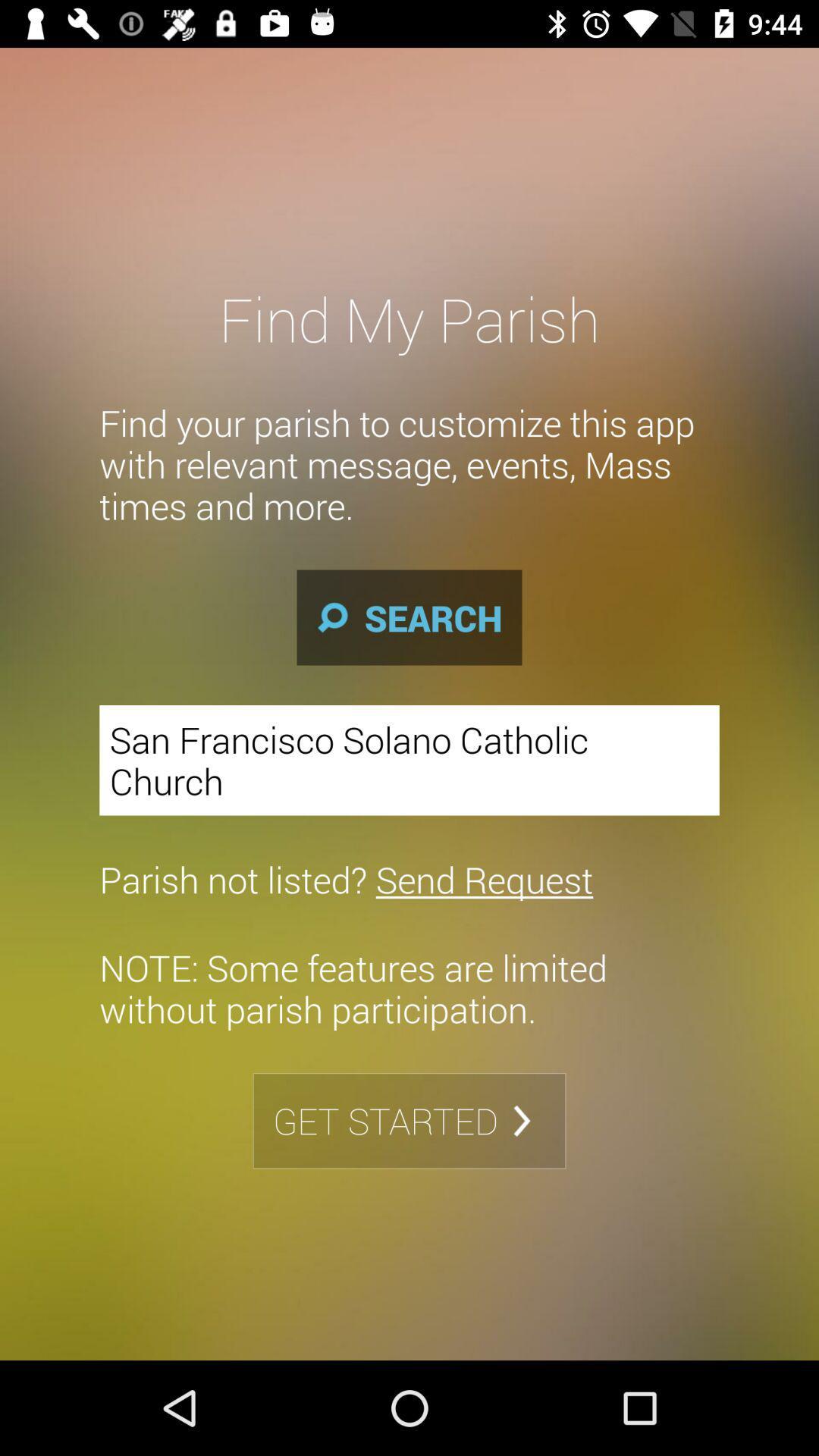  What do you see at coordinates (346, 879) in the screenshot?
I see `item below san francisco solano item` at bounding box center [346, 879].